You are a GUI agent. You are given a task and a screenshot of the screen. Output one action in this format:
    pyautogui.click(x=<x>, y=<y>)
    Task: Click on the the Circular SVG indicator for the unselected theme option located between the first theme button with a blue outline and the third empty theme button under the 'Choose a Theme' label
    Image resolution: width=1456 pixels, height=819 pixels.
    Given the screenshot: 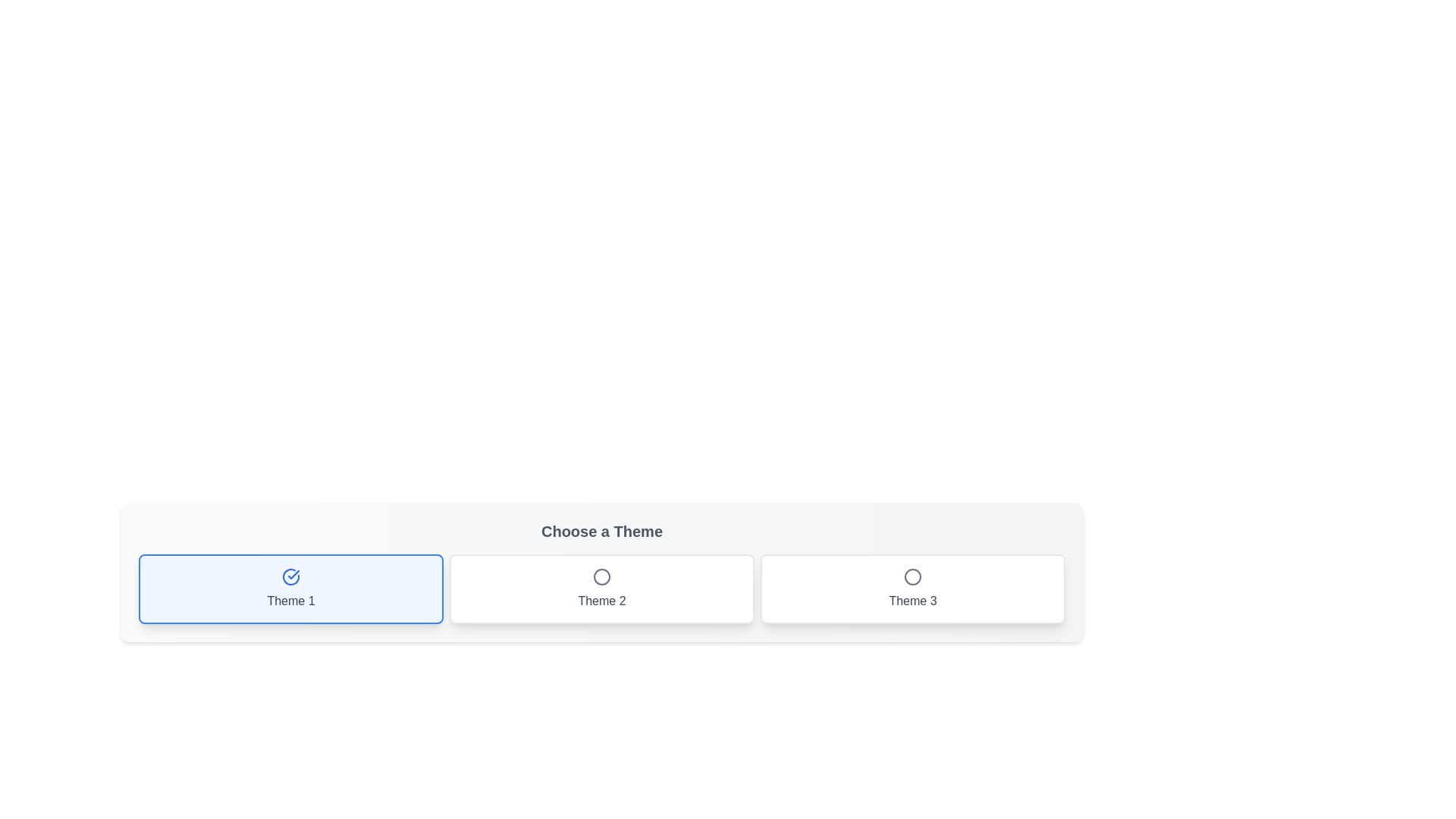 What is the action you would take?
    pyautogui.click(x=601, y=576)
    